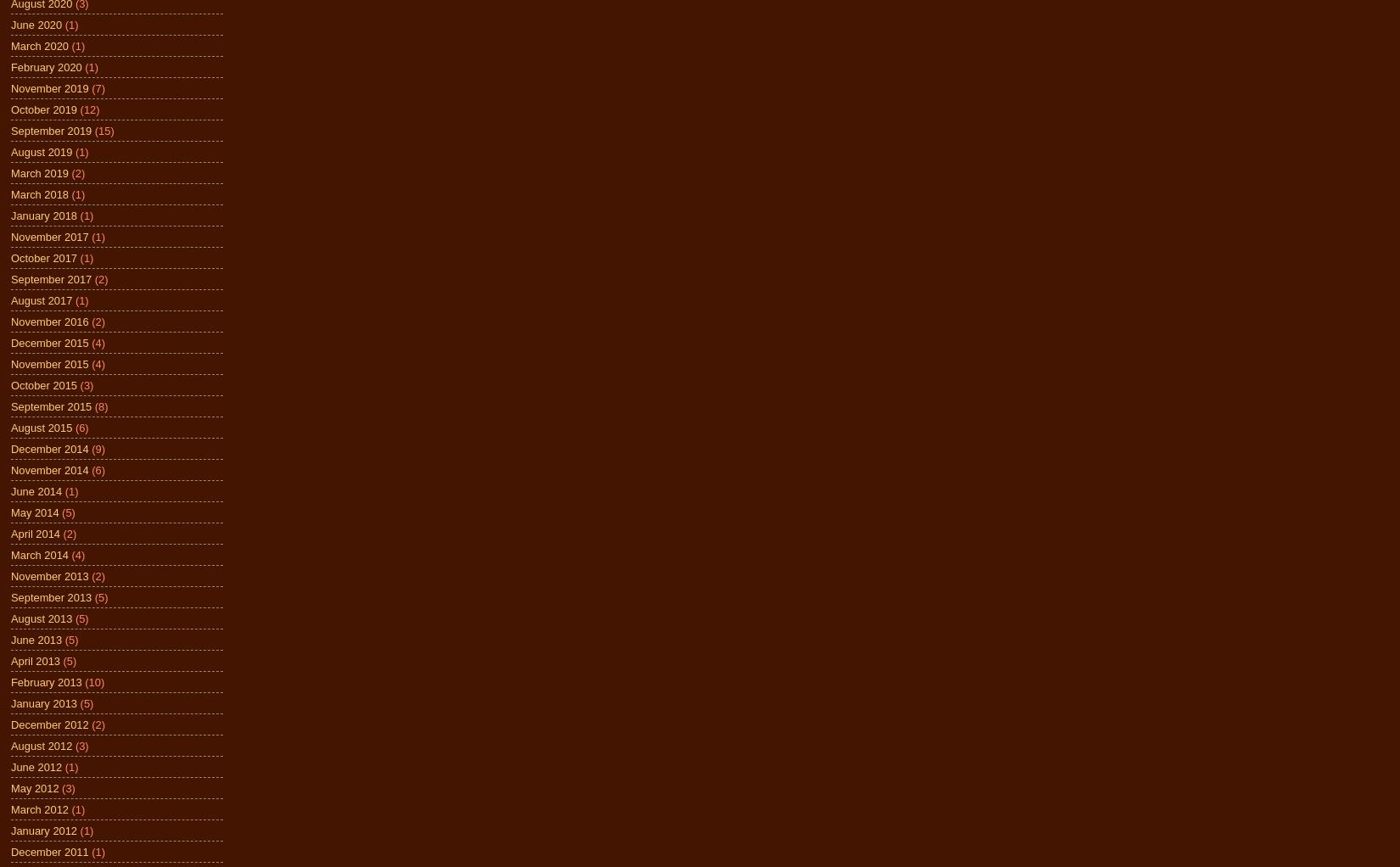  I want to click on 'September 2017', so click(51, 277).